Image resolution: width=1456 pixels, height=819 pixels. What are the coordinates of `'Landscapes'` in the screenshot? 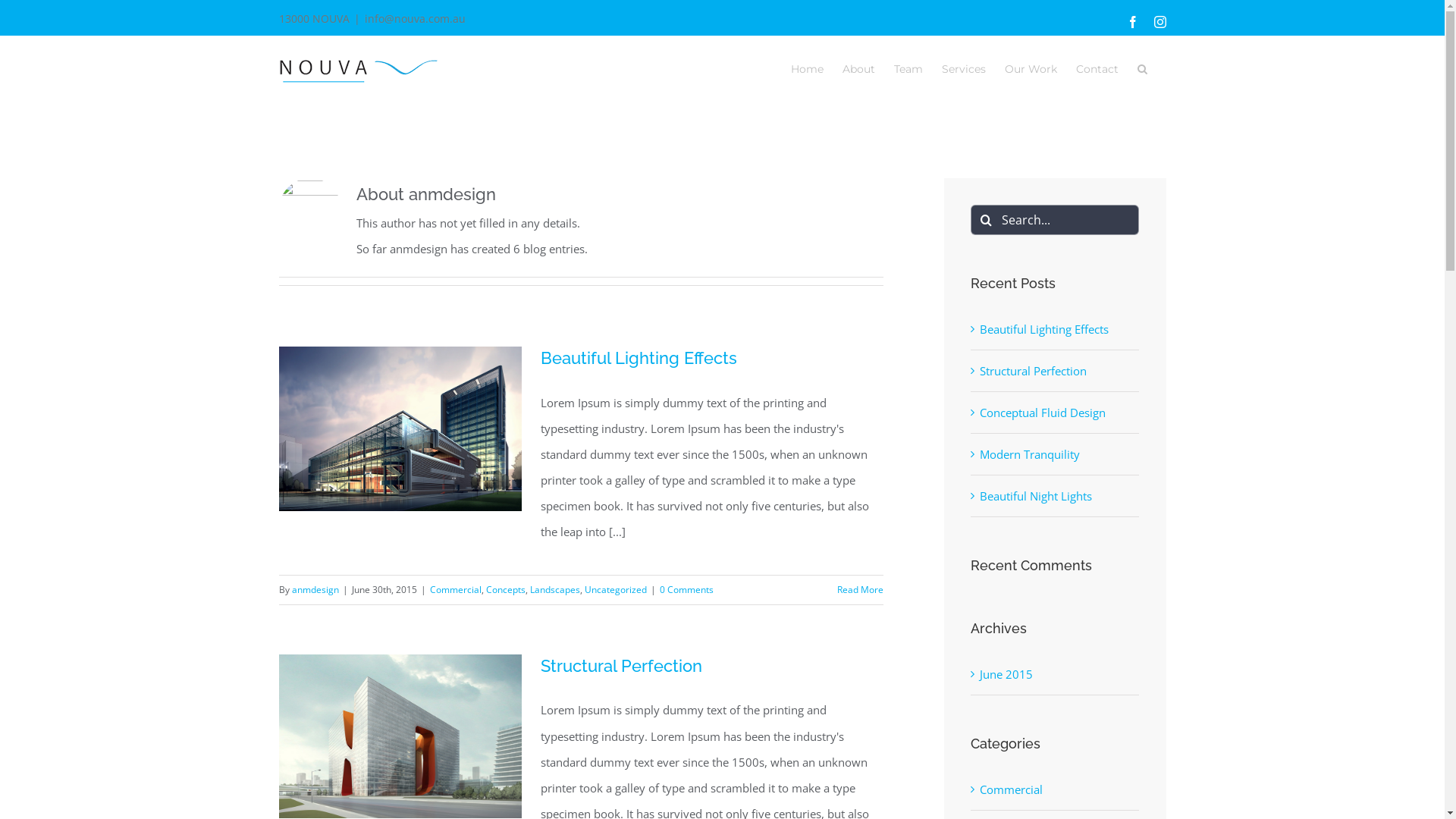 It's located at (553, 588).